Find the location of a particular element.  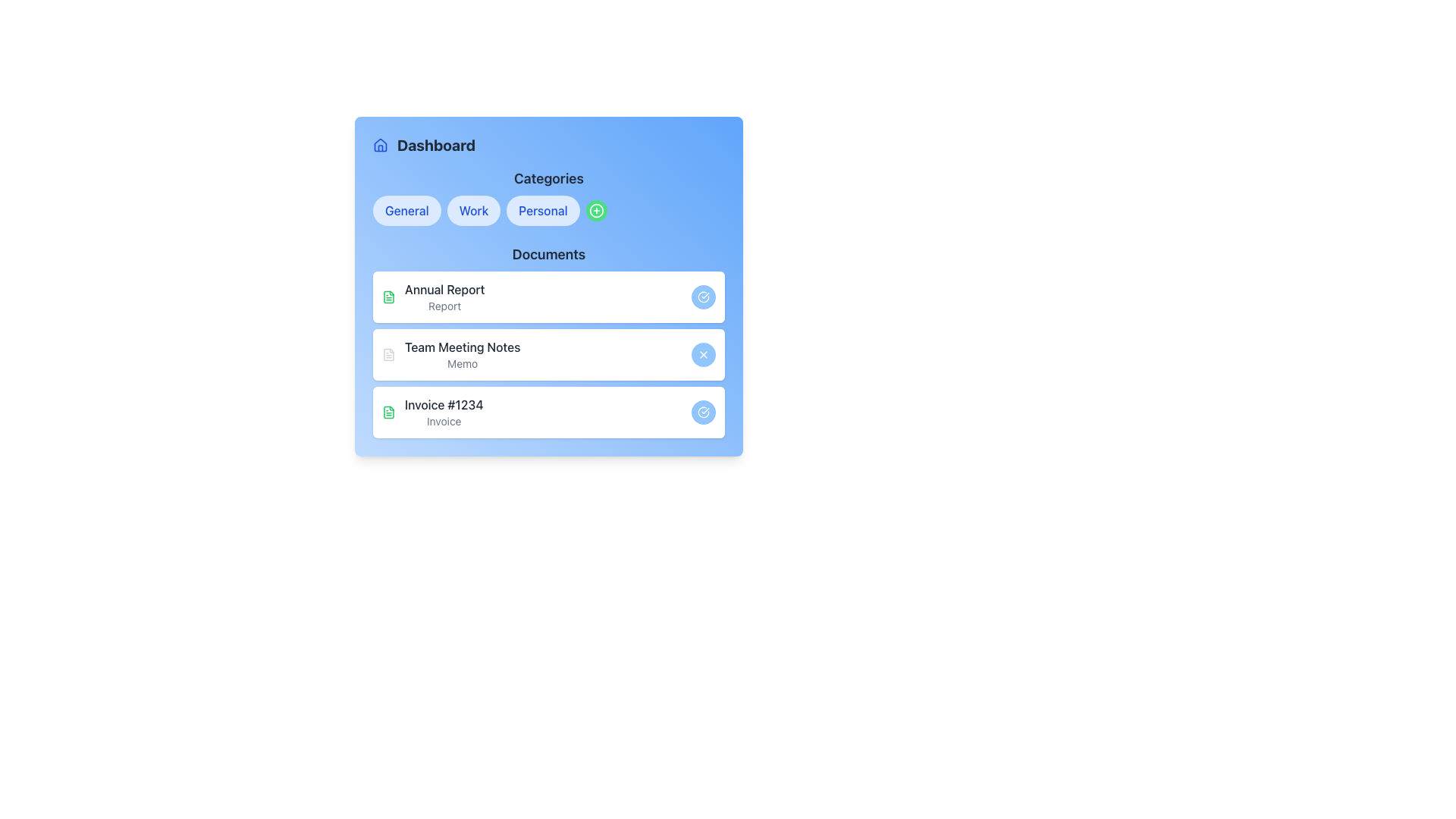

the confirmation icon representing the 'Personal' category located within the 'Categories' section is located at coordinates (702, 412).